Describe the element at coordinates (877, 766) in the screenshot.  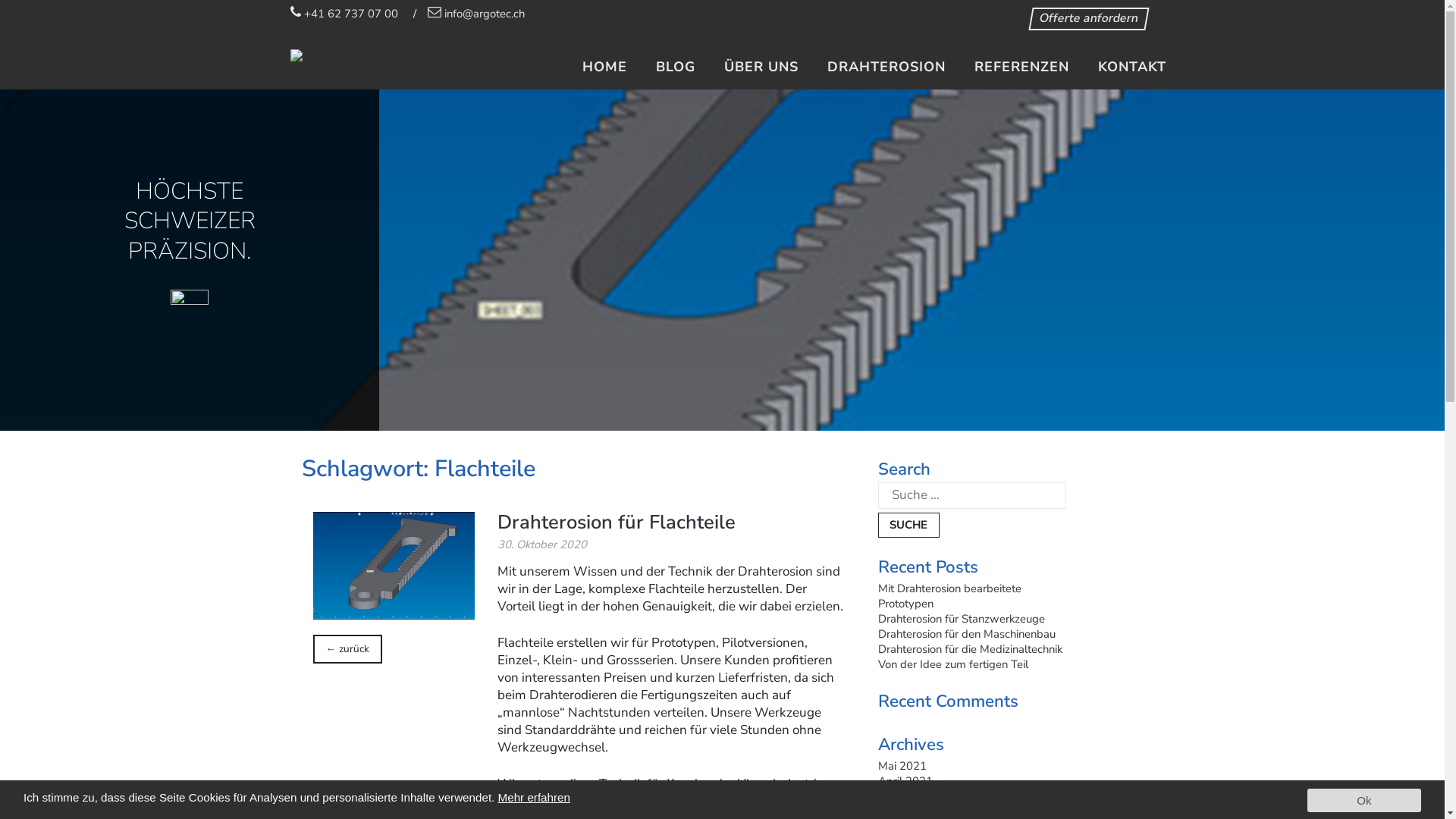
I see `'Mai 2021'` at that location.